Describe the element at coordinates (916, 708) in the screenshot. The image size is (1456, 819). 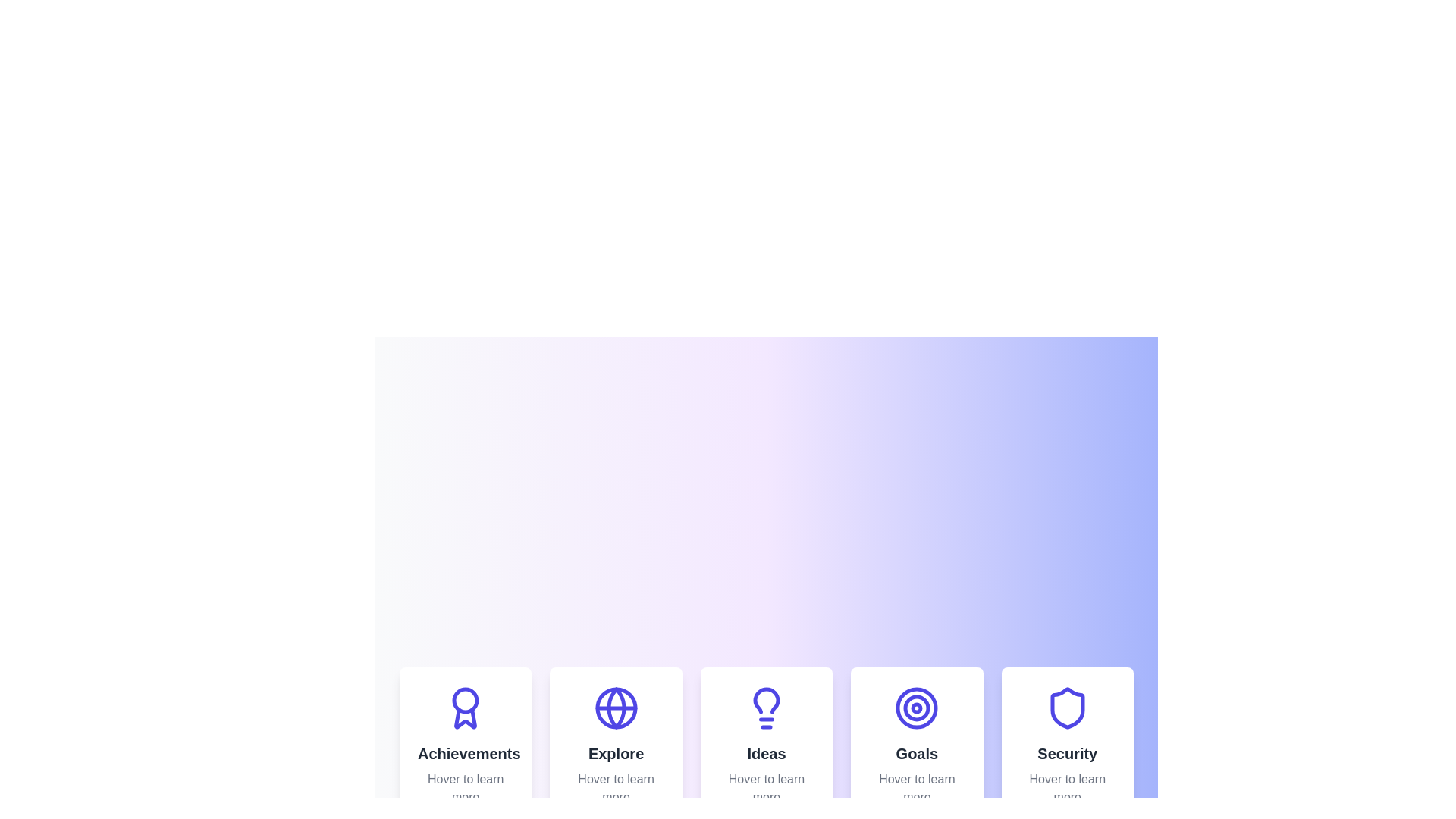
I see `the target icon composed of concentric circles in indigo color, located at the uppermost part of the 'Goals' card in the bottom middle of the interface` at that location.